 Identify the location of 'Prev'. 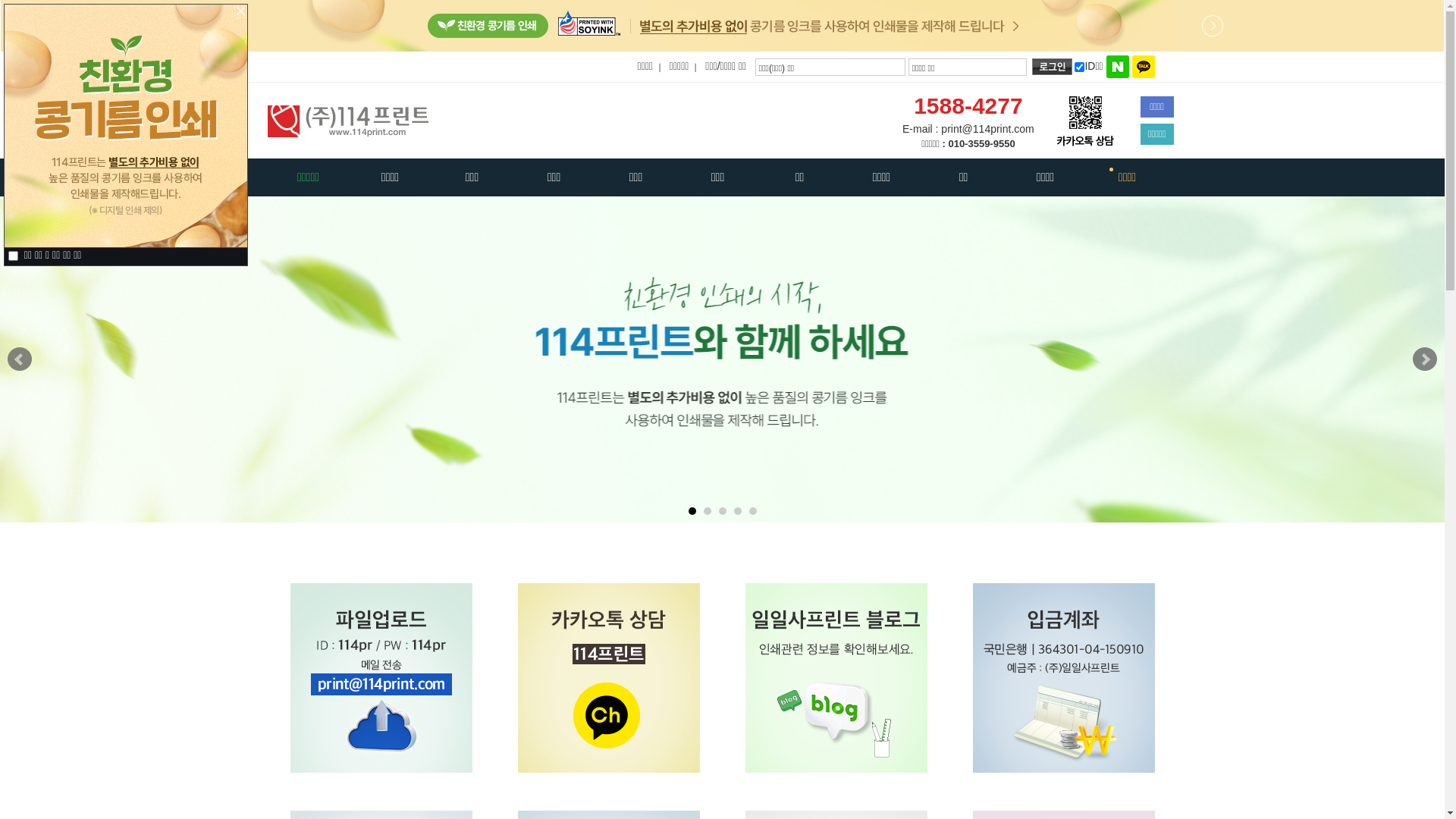
(19, 359).